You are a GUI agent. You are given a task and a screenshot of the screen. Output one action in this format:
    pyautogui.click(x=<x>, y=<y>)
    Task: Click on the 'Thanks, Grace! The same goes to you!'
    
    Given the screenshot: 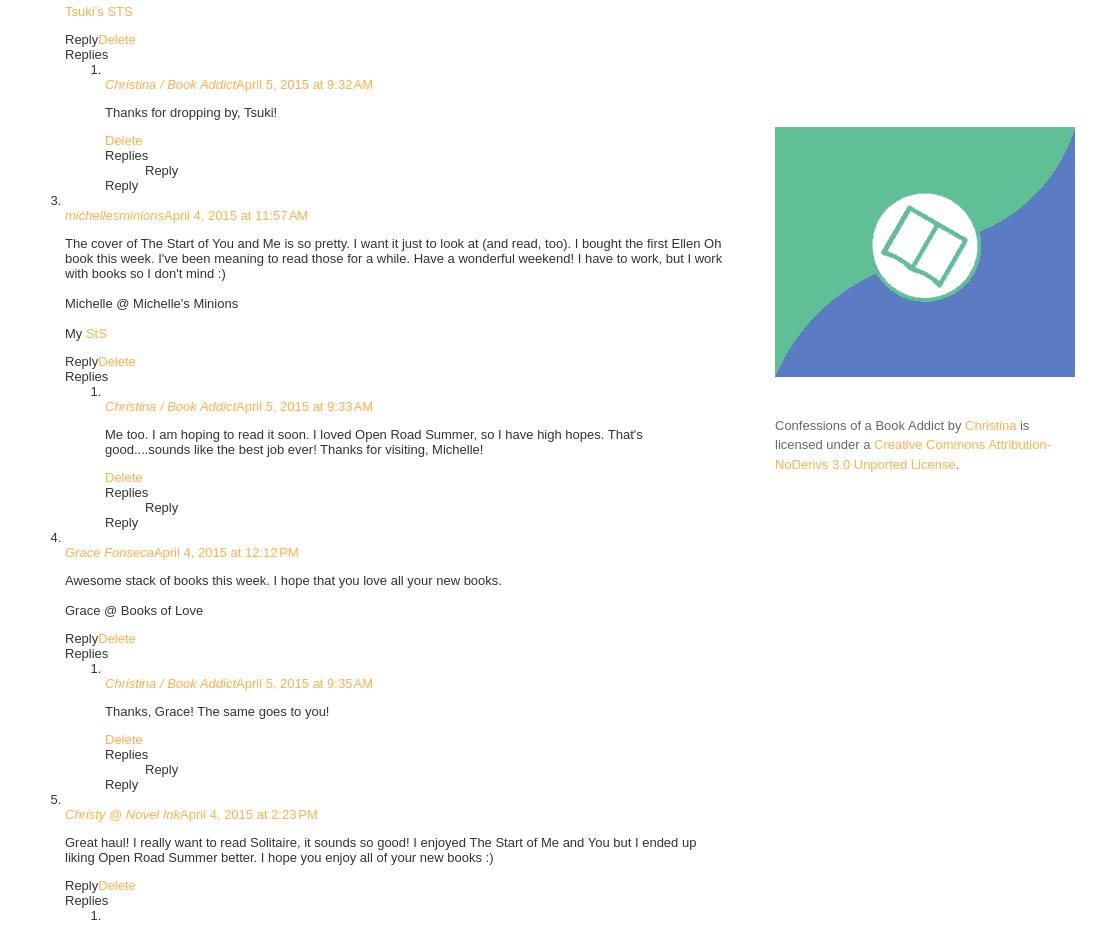 What is the action you would take?
    pyautogui.click(x=105, y=710)
    